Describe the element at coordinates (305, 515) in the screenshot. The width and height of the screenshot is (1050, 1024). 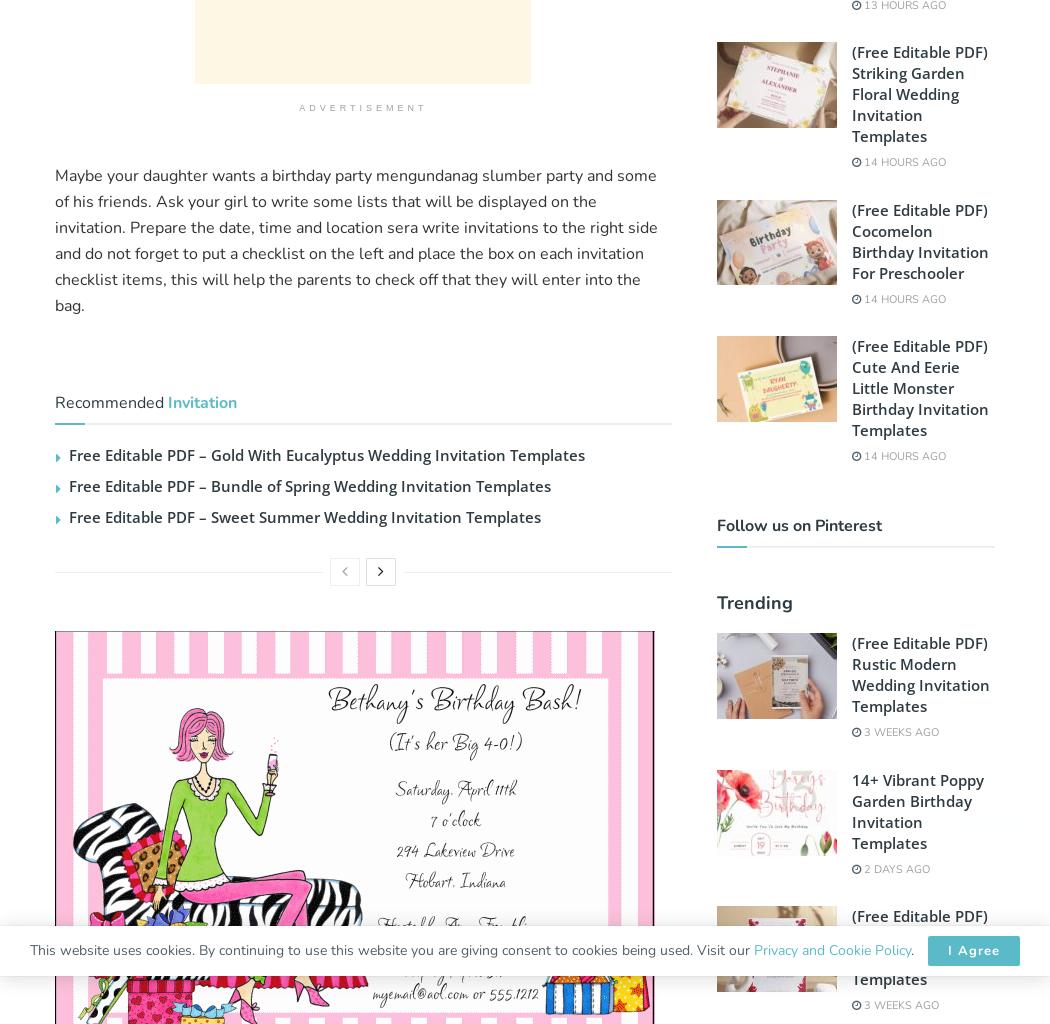
I see `'Free Editable PDF – Sweet Summer Wedding Invitation Templates'` at that location.